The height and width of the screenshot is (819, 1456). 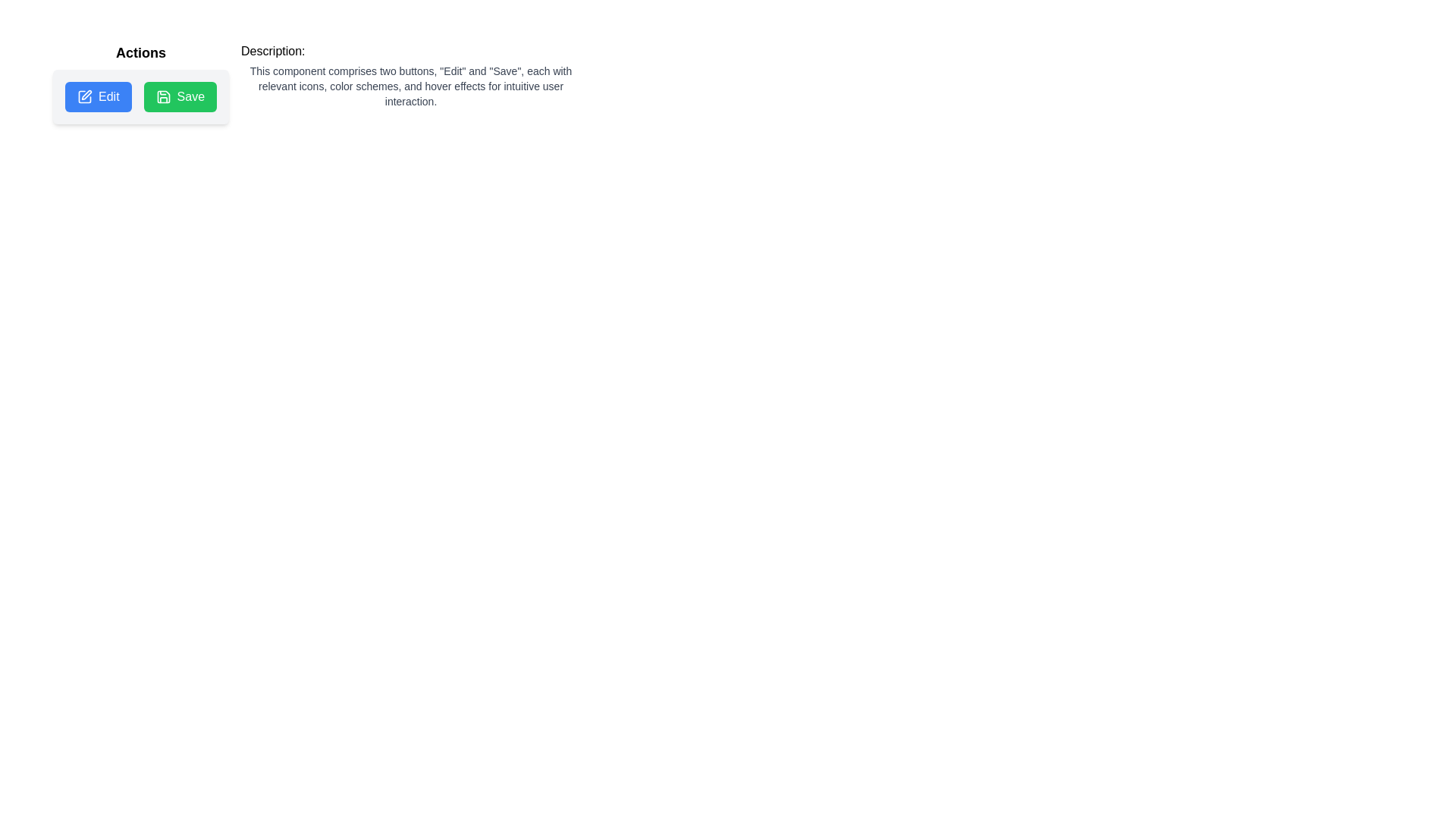 What do you see at coordinates (141, 52) in the screenshot?
I see `the text label 'Actions', which is styled in a bold and large font and located above the 'Edit' and 'Save' buttons` at bounding box center [141, 52].